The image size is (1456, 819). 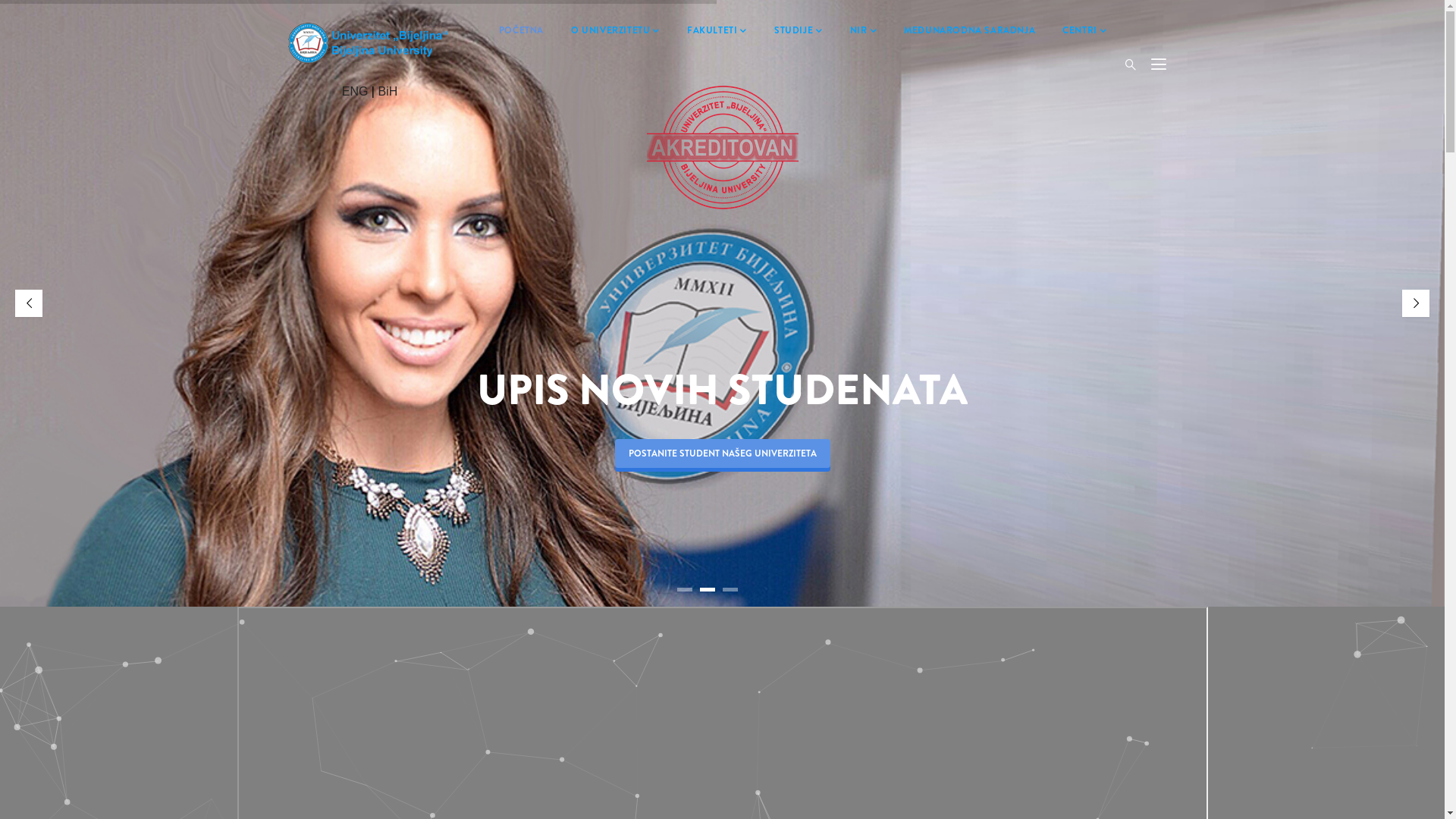 What do you see at coordinates (615, 31) in the screenshot?
I see `'O UNIVERZITETU'` at bounding box center [615, 31].